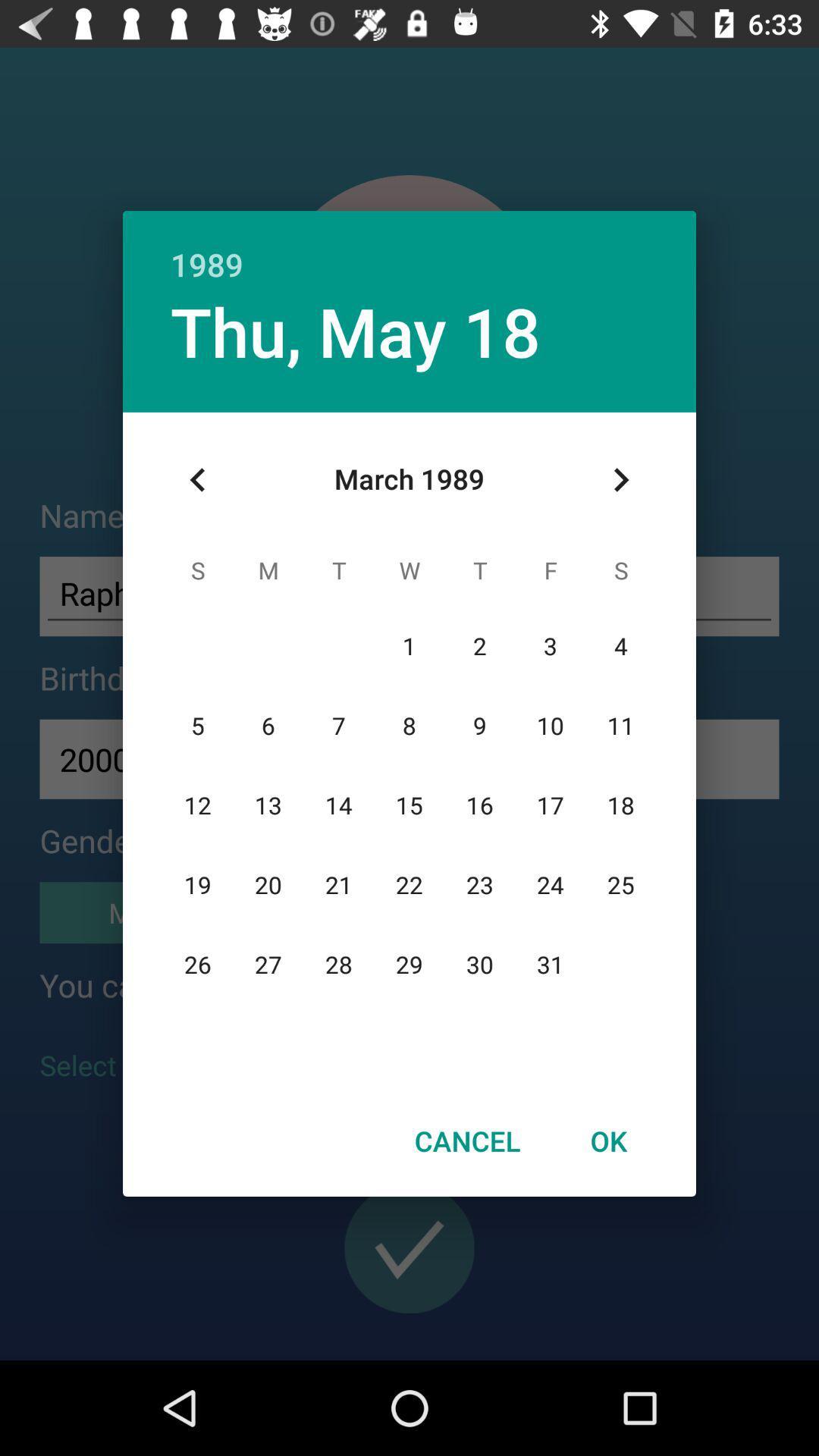  What do you see at coordinates (197, 479) in the screenshot?
I see `the app below thu, may 18 icon` at bounding box center [197, 479].